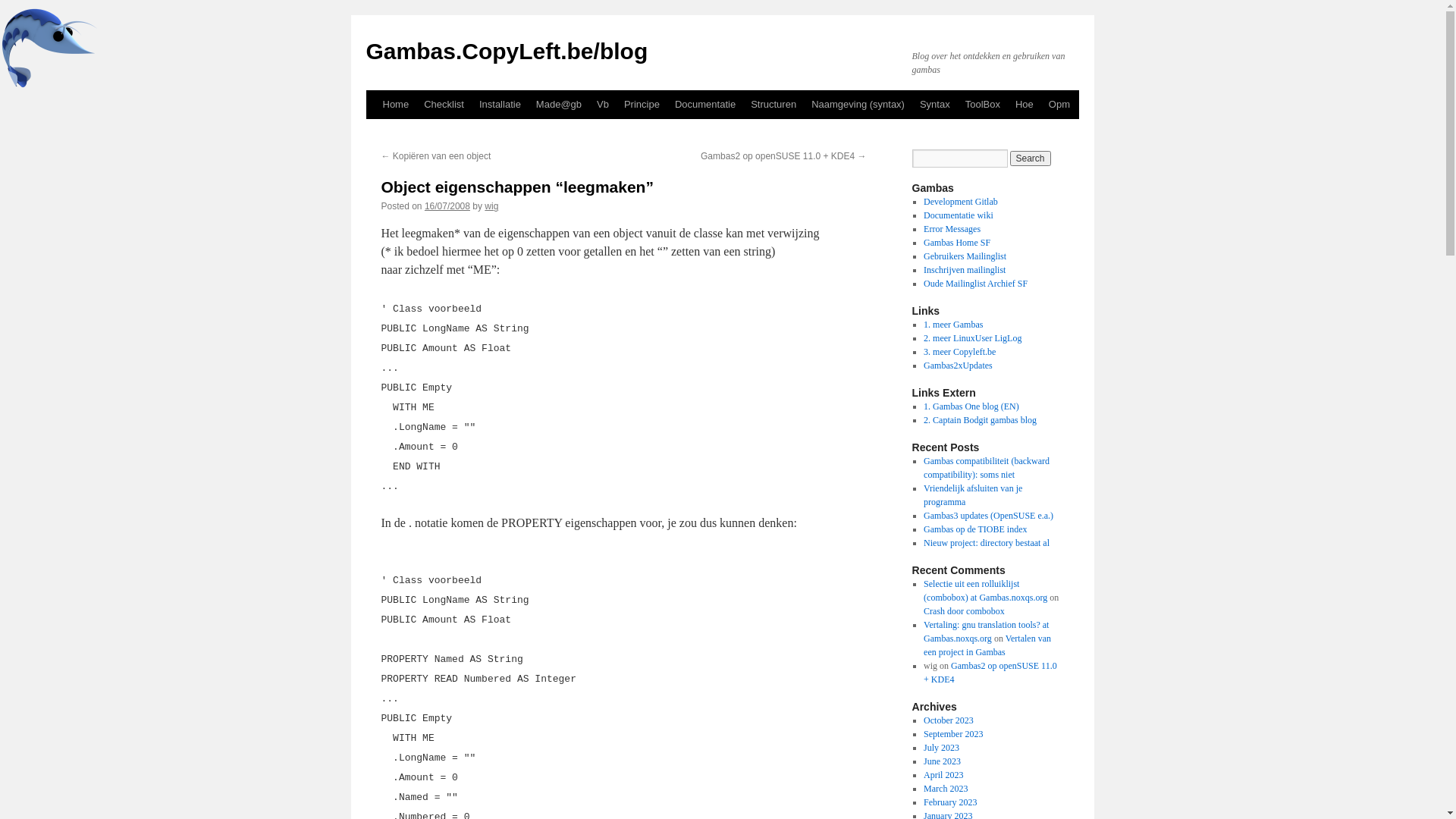 This screenshot has height=819, width=1456. What do you see at coordinates (602, 104) in the screenshot?
I see `'Vb'` at bounding box center [602, 104].